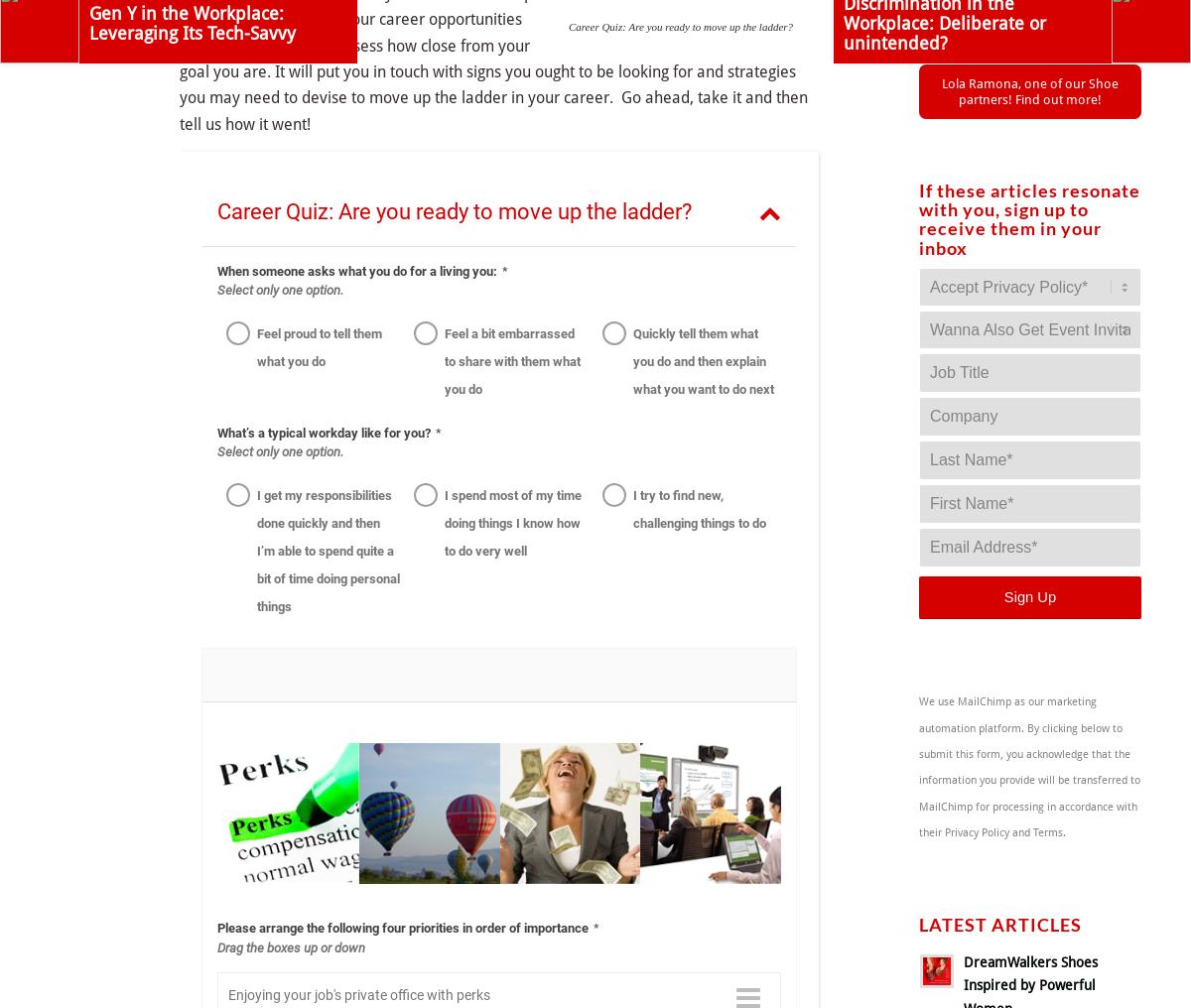  Describe the element at coordinates (680, 25) in the screenshot. I see `'Career Quiz: Are you ready to move up the ladder?'` at that location.